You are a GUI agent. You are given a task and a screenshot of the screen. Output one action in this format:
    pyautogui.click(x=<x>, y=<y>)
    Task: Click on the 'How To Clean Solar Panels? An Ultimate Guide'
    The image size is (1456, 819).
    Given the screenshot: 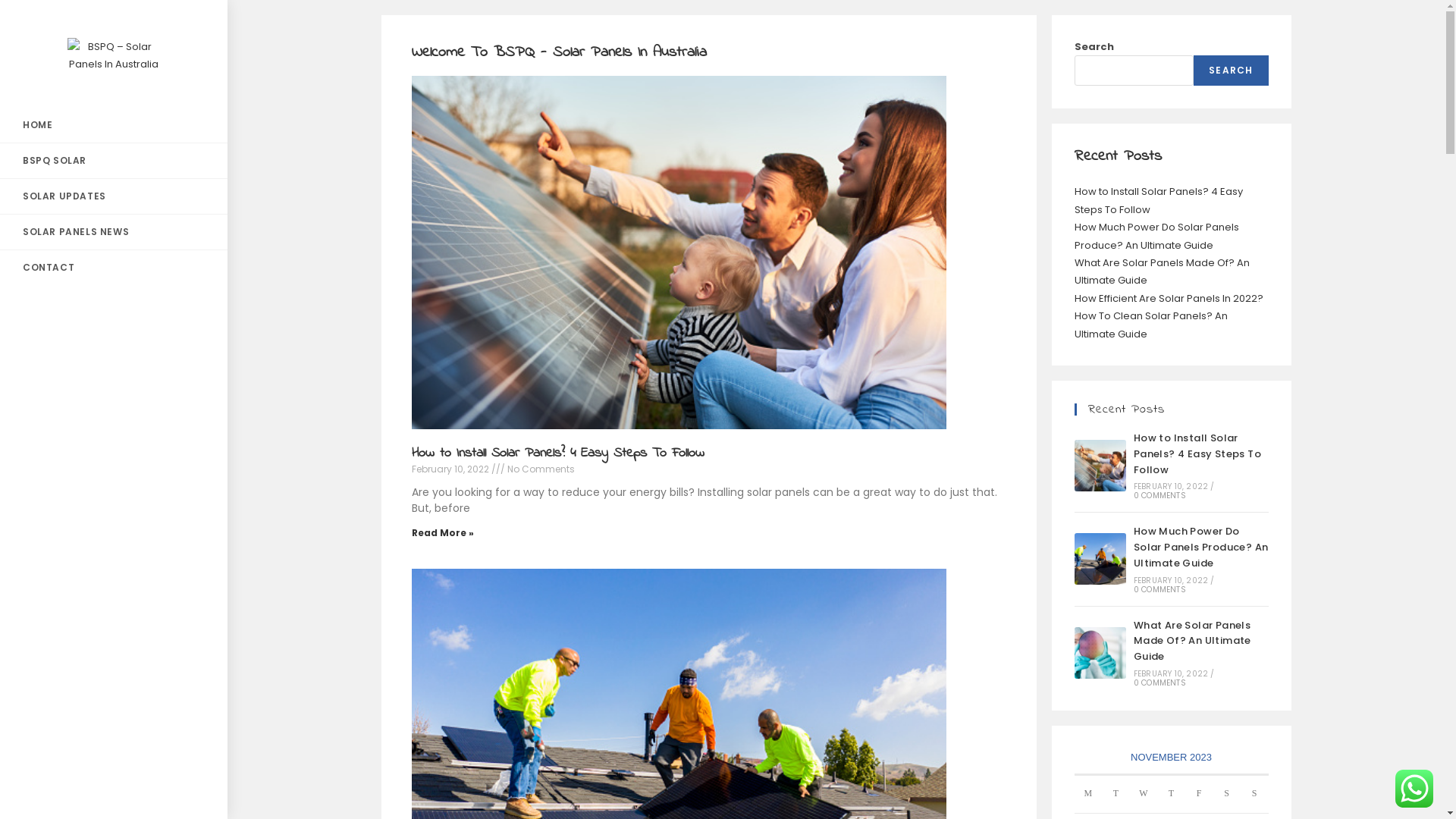 What is the action you would take?
    pyautogui.click(x=1150, y=324)
    